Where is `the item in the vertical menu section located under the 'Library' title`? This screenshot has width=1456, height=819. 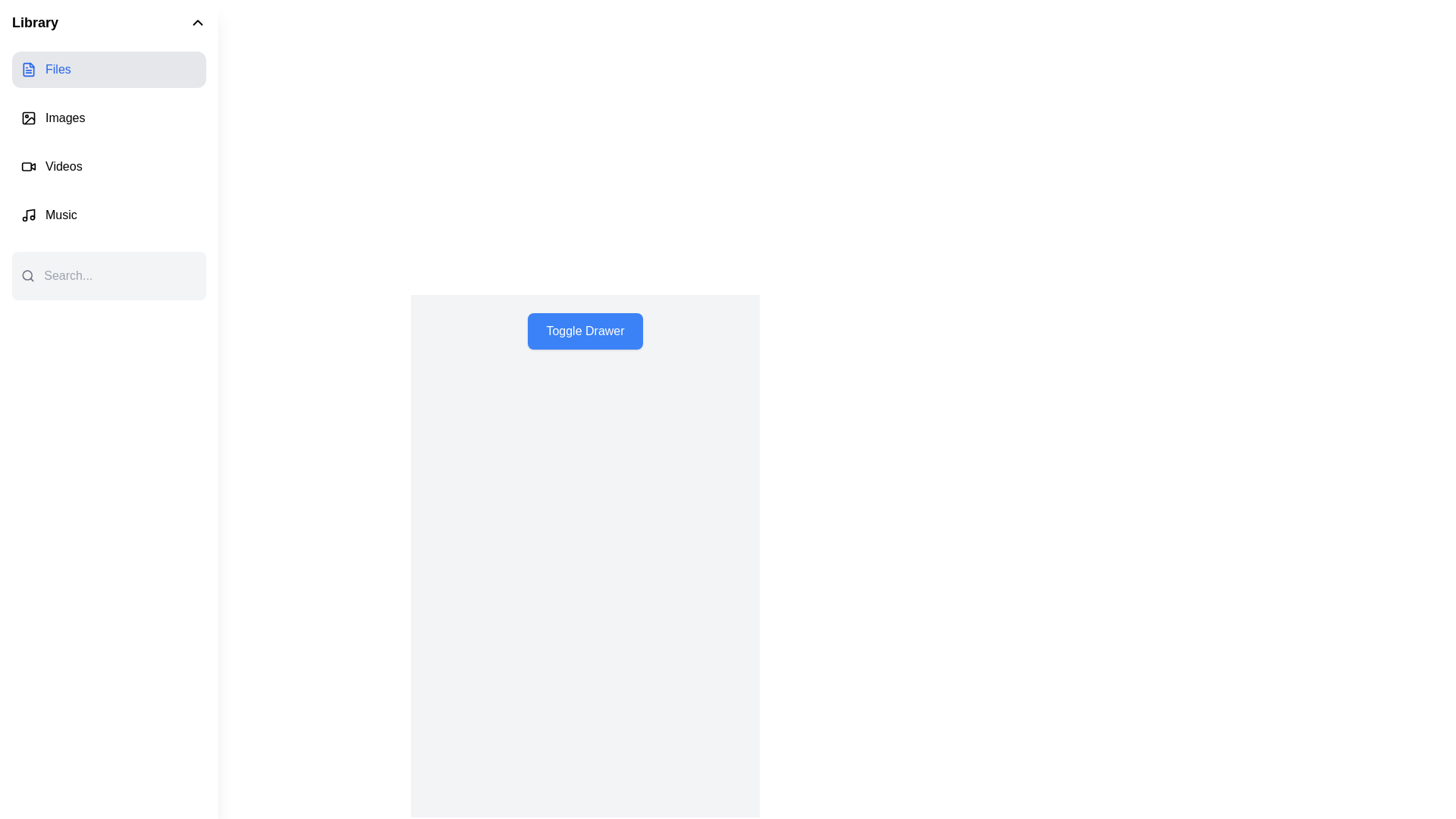
the item in the vertical menu section located under the 'Library' title is located at coordinates (108, 143).